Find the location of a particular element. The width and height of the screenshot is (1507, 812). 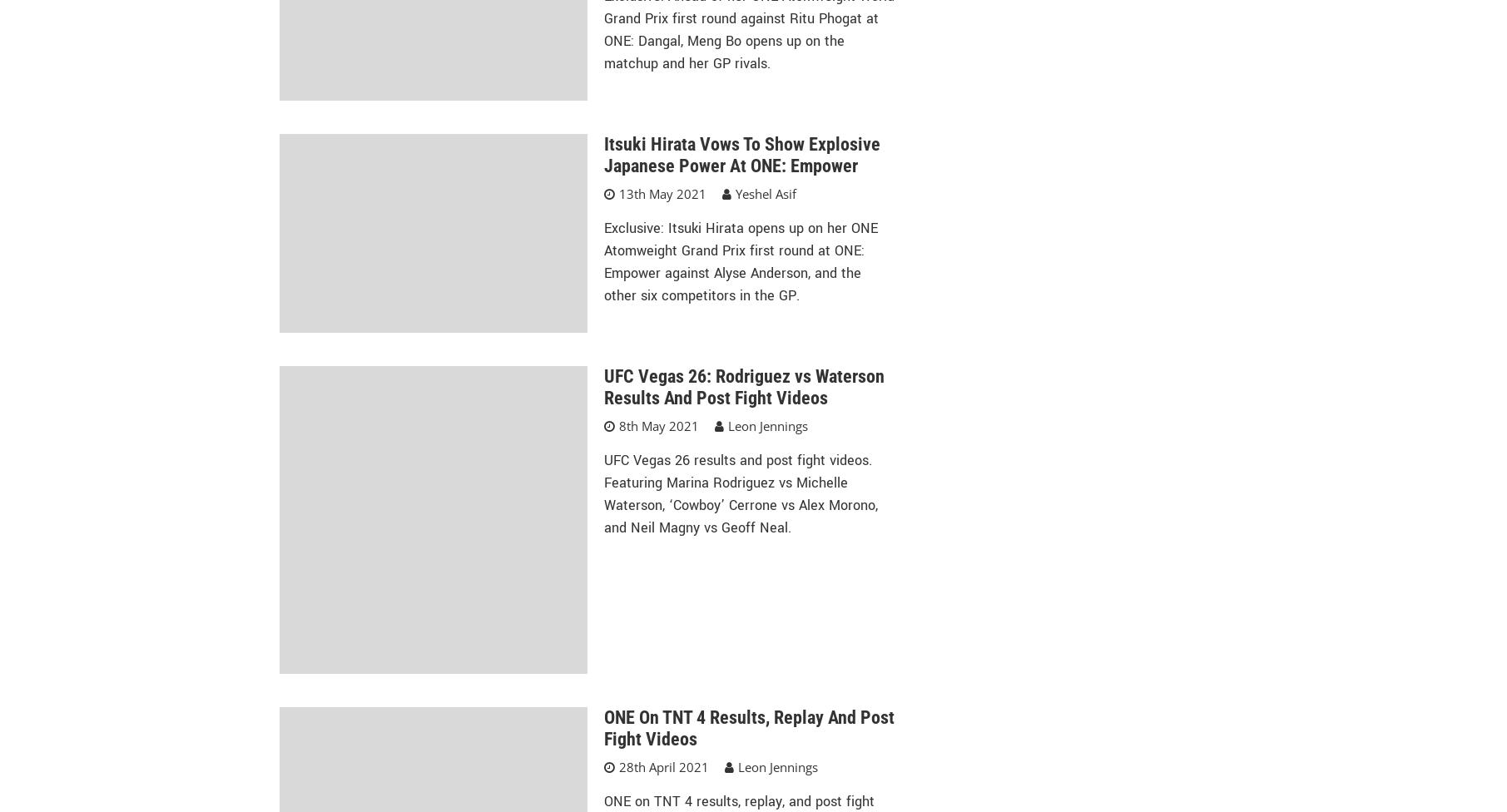

'Yeshel Asif' is located at coordinates (764, 191).